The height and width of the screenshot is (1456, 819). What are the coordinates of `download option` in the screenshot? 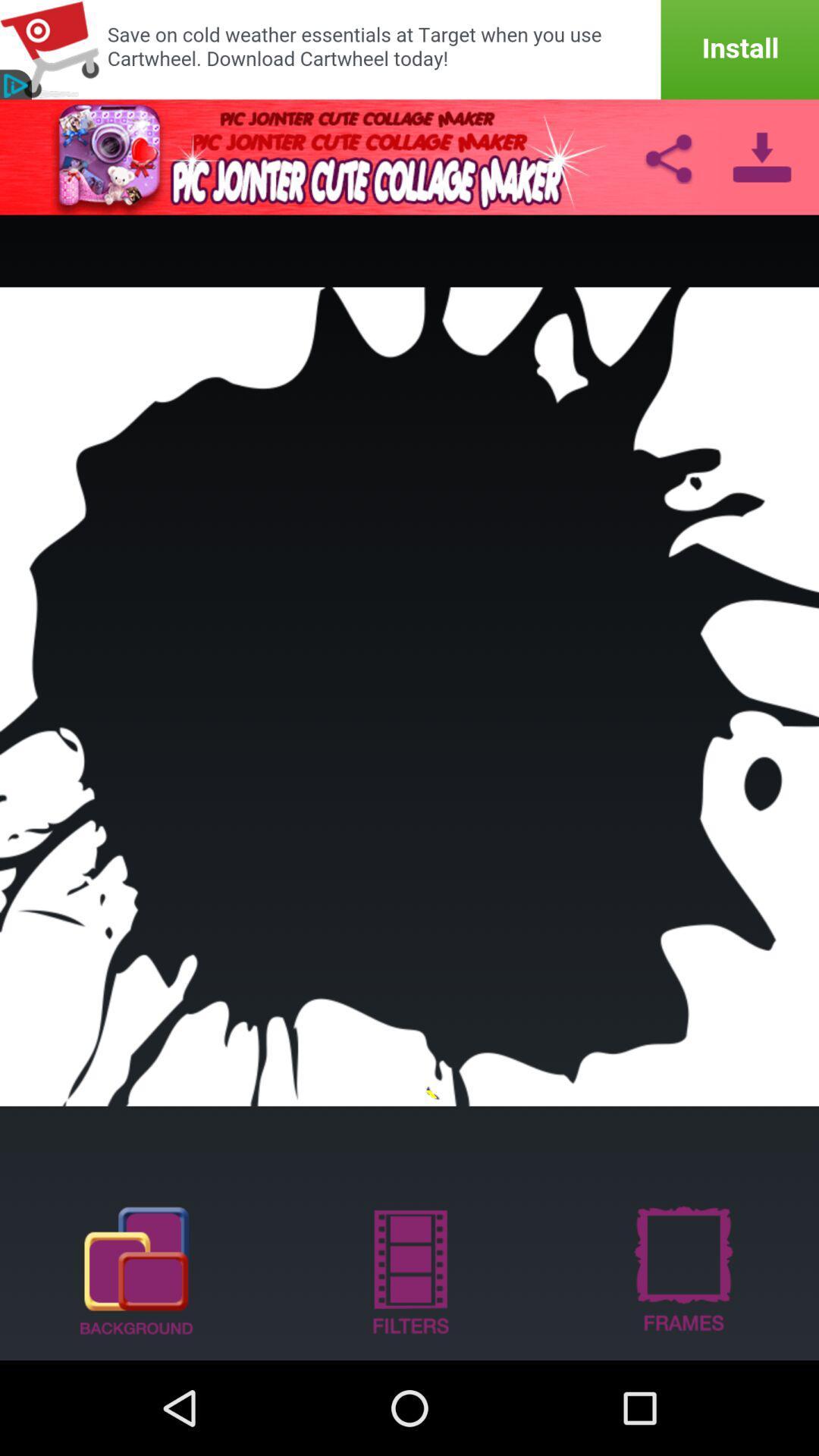 It's located at (762, 156).